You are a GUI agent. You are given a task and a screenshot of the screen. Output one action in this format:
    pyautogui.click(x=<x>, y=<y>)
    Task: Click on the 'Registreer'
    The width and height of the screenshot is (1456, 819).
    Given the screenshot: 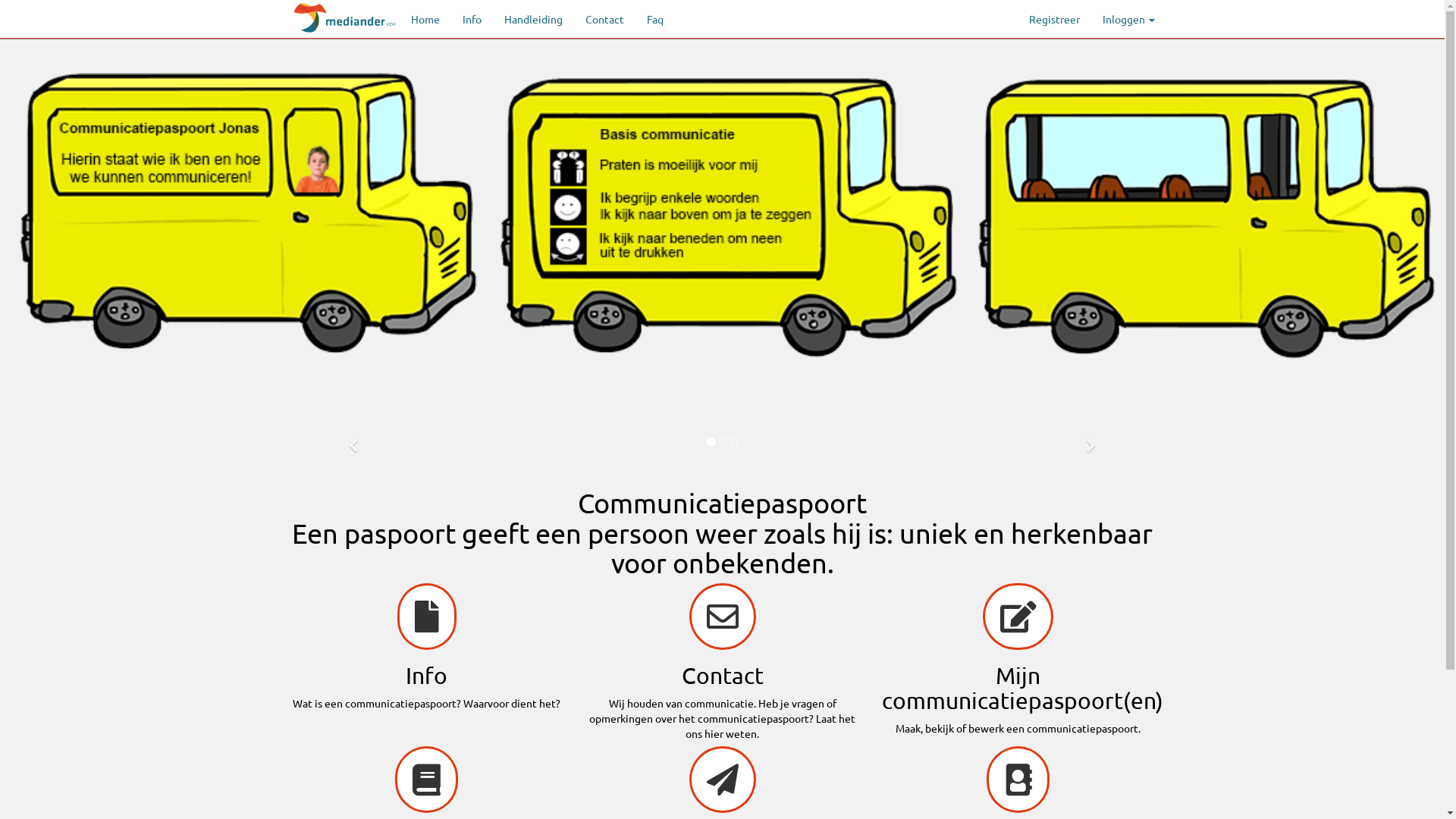 What is the action you would take?
    pyautogui.click(x=1053, y=18)
    